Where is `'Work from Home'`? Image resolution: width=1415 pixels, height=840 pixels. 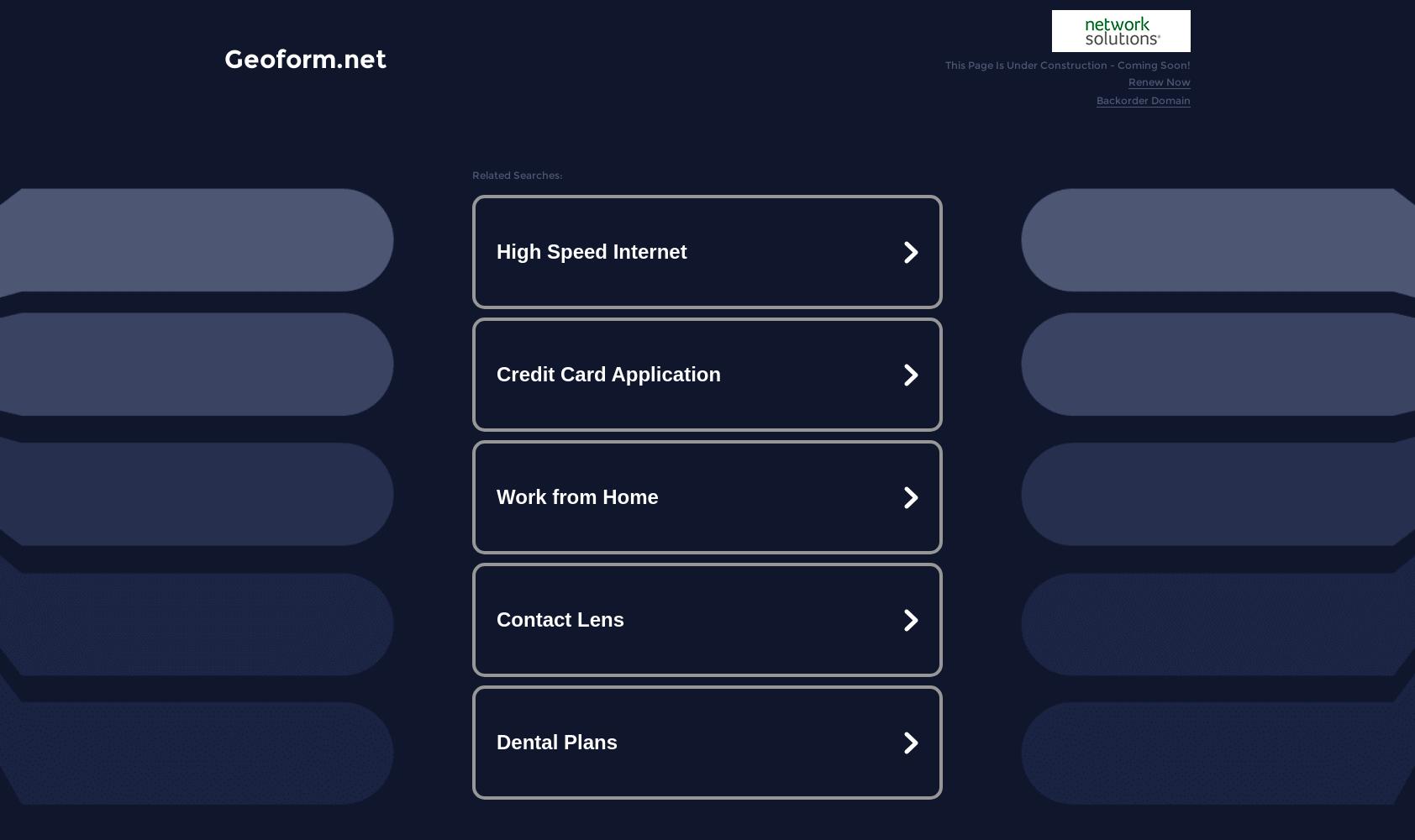
'Work from Home' is located at coordinates (496, 496).